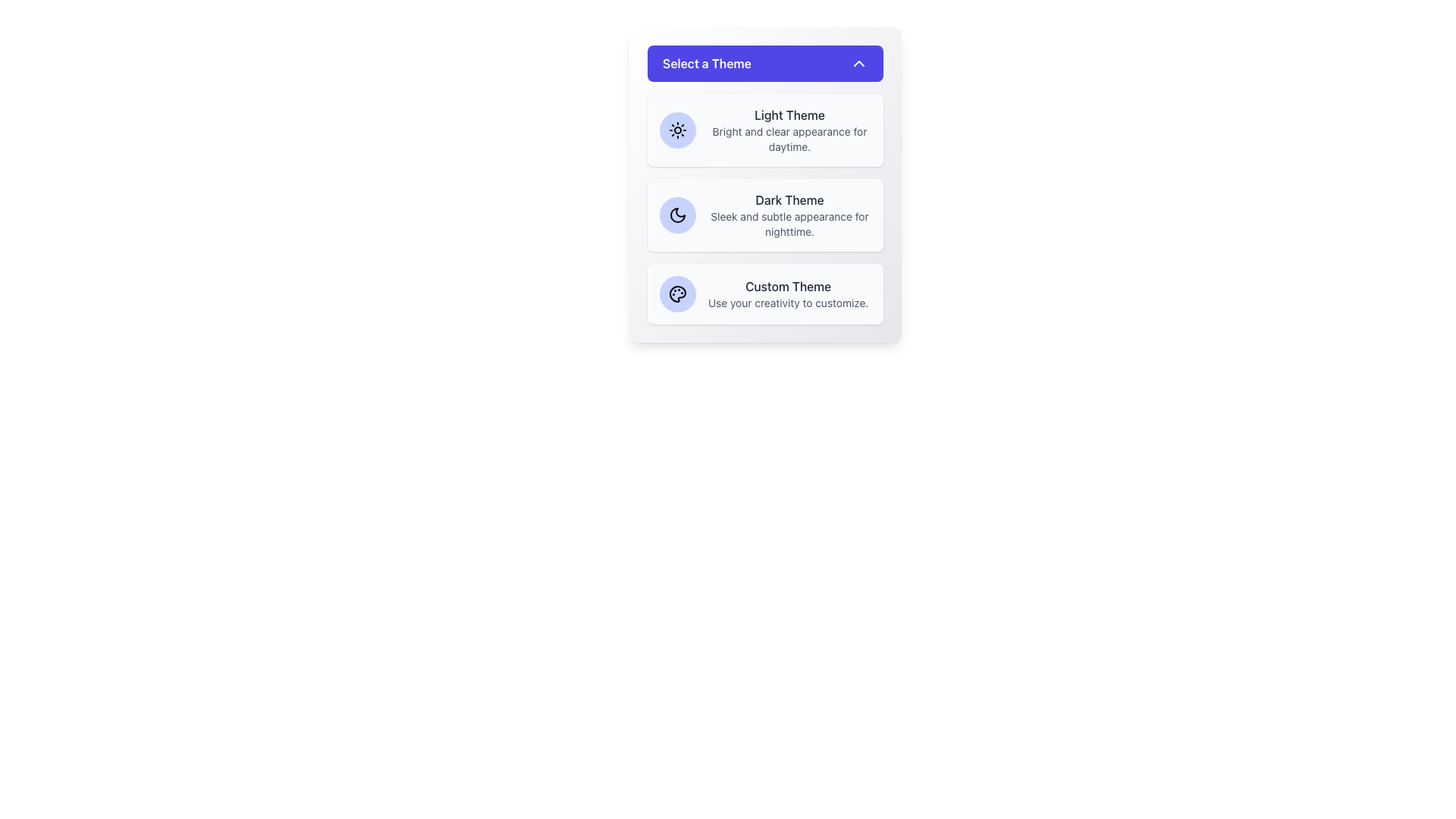  What do you see at coordinates (789, 130) in the screenshot?
I see `the descriptive text element labeled 'Light Theme', which features bold dark gray text and a smaller lighter gray subtitle, positioned beside a sun icon within a selectable card near the top of the options list` at bounding box center [789, 130].